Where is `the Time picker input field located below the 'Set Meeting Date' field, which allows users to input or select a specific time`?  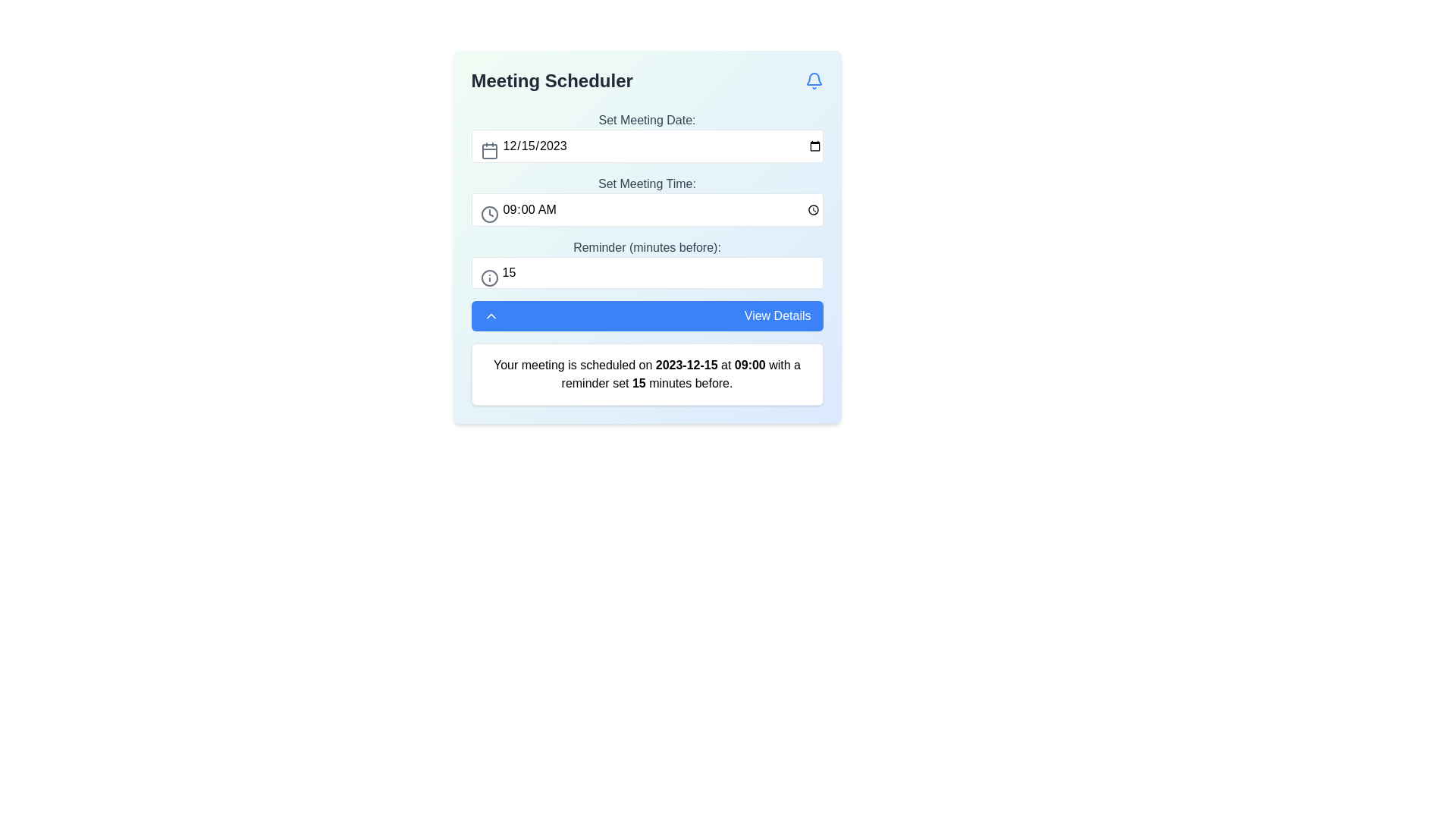
the Time picker input field located below the 'Set Meeting Date' field, which allows users to input or select a specific time is located at coordinates (647, 210).